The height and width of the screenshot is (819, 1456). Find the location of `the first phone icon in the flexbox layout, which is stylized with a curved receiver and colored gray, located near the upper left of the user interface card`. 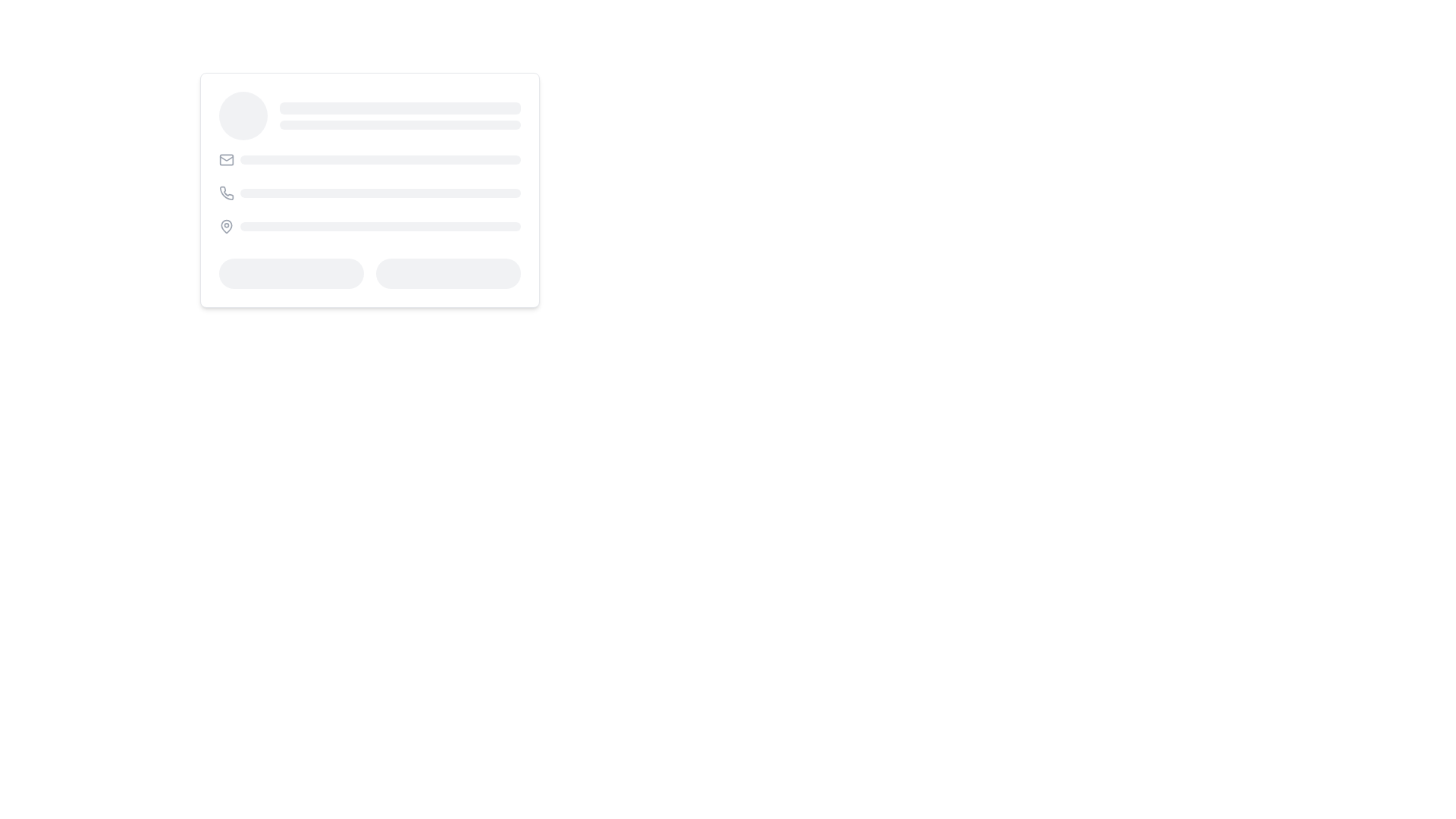

the first phone icon in the flexbox layout, which is stylized with a curved receiver and colored gray, located near the upper left of the user interface card is located at coordinates (225, 192).